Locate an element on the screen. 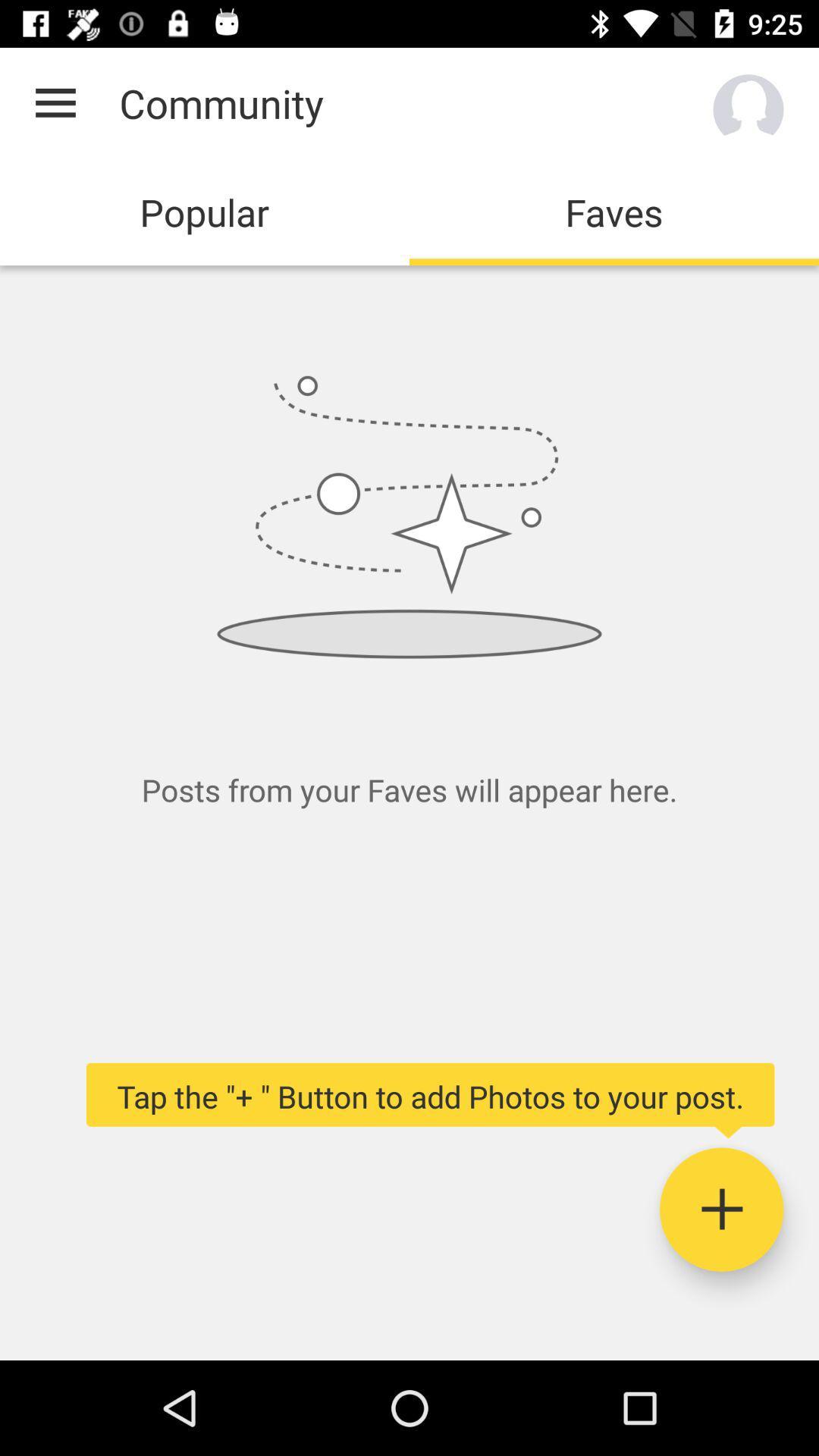 This screenshot has height=1456, width=819. the add icon is located at coordinates (720, 1209).